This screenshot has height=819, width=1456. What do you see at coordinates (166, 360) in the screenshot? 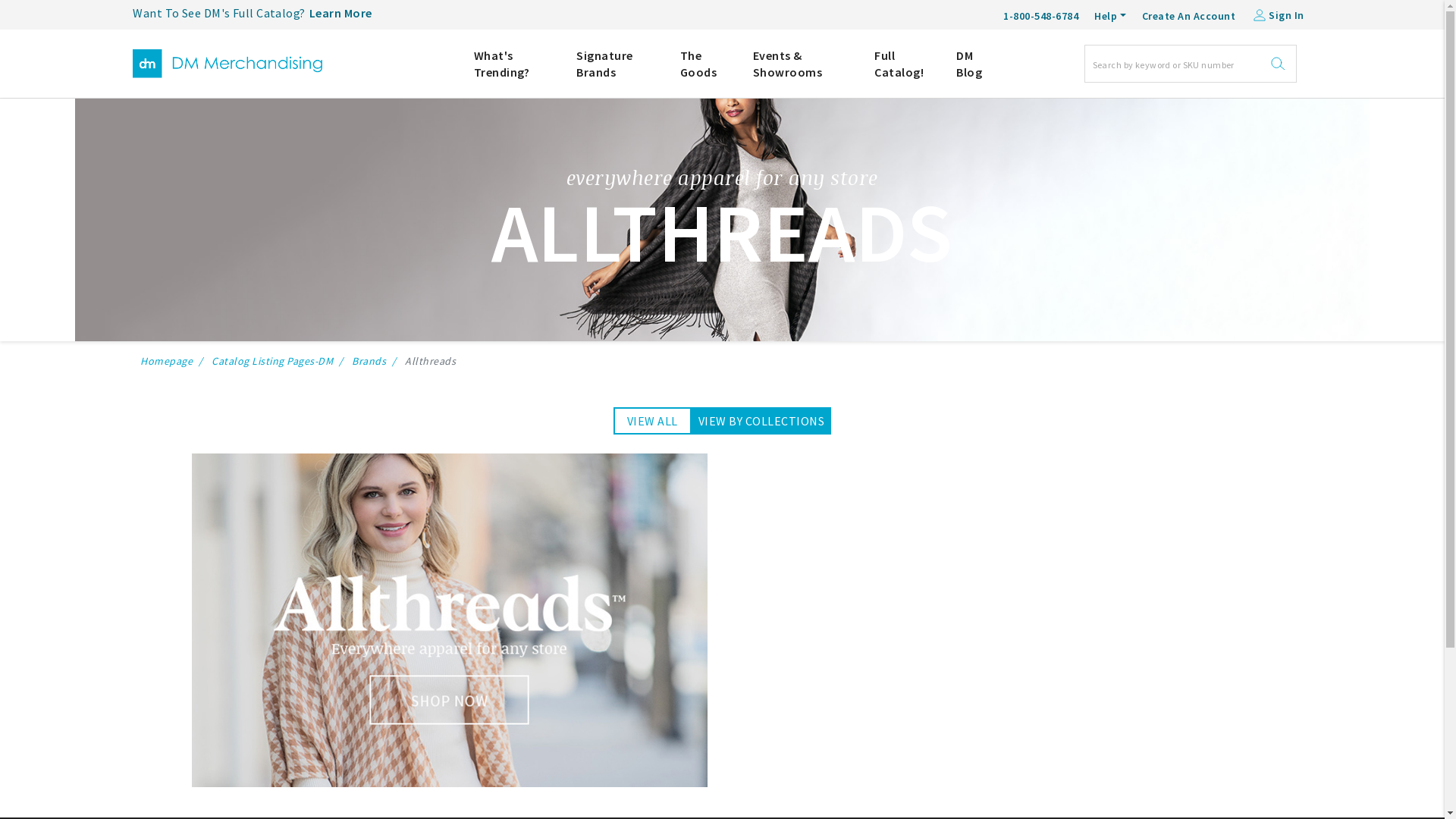
I see `'Homepage'` at bounding box center [166, 360].